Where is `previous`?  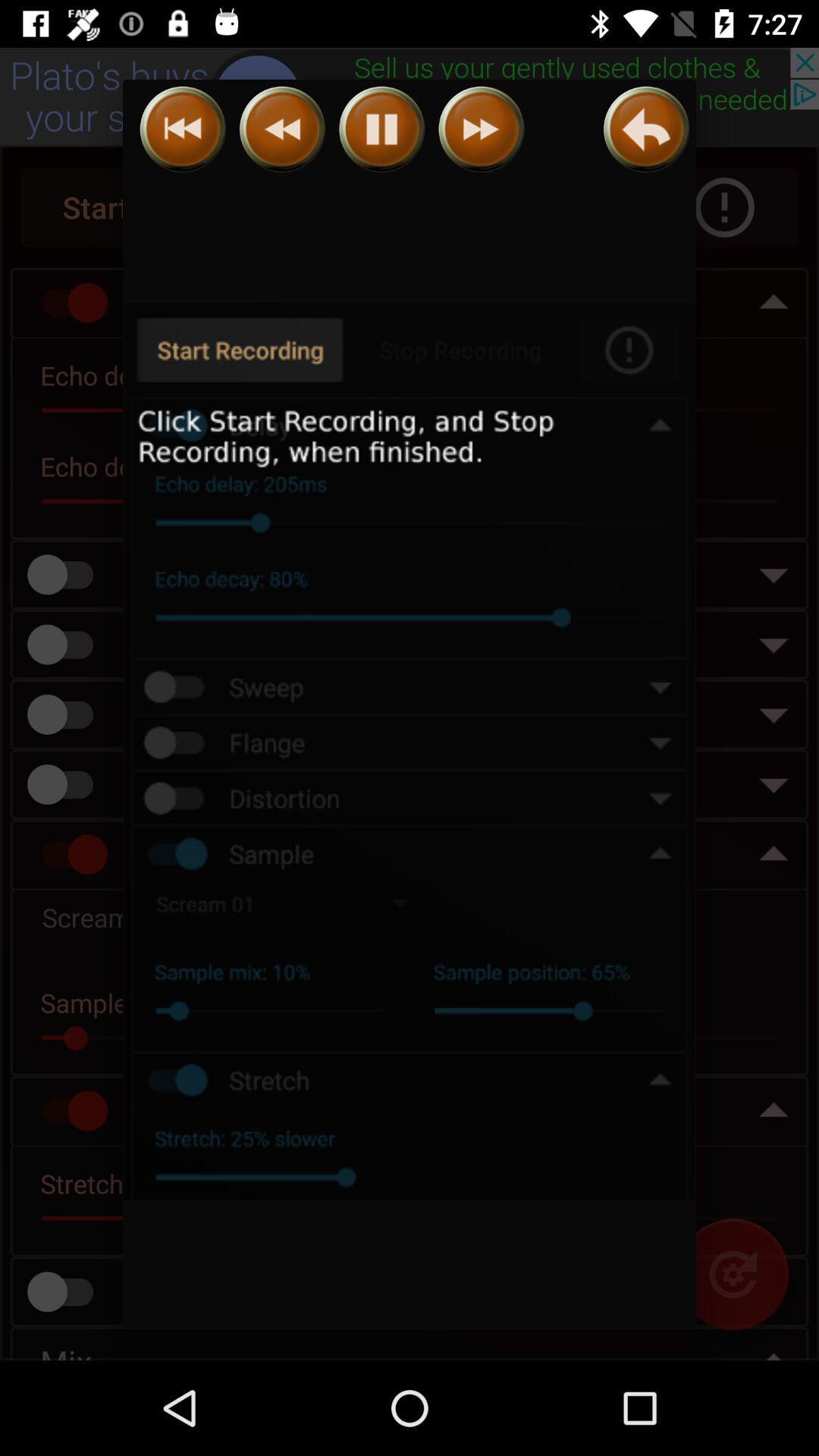
previous is located at coordinates (646, 129).